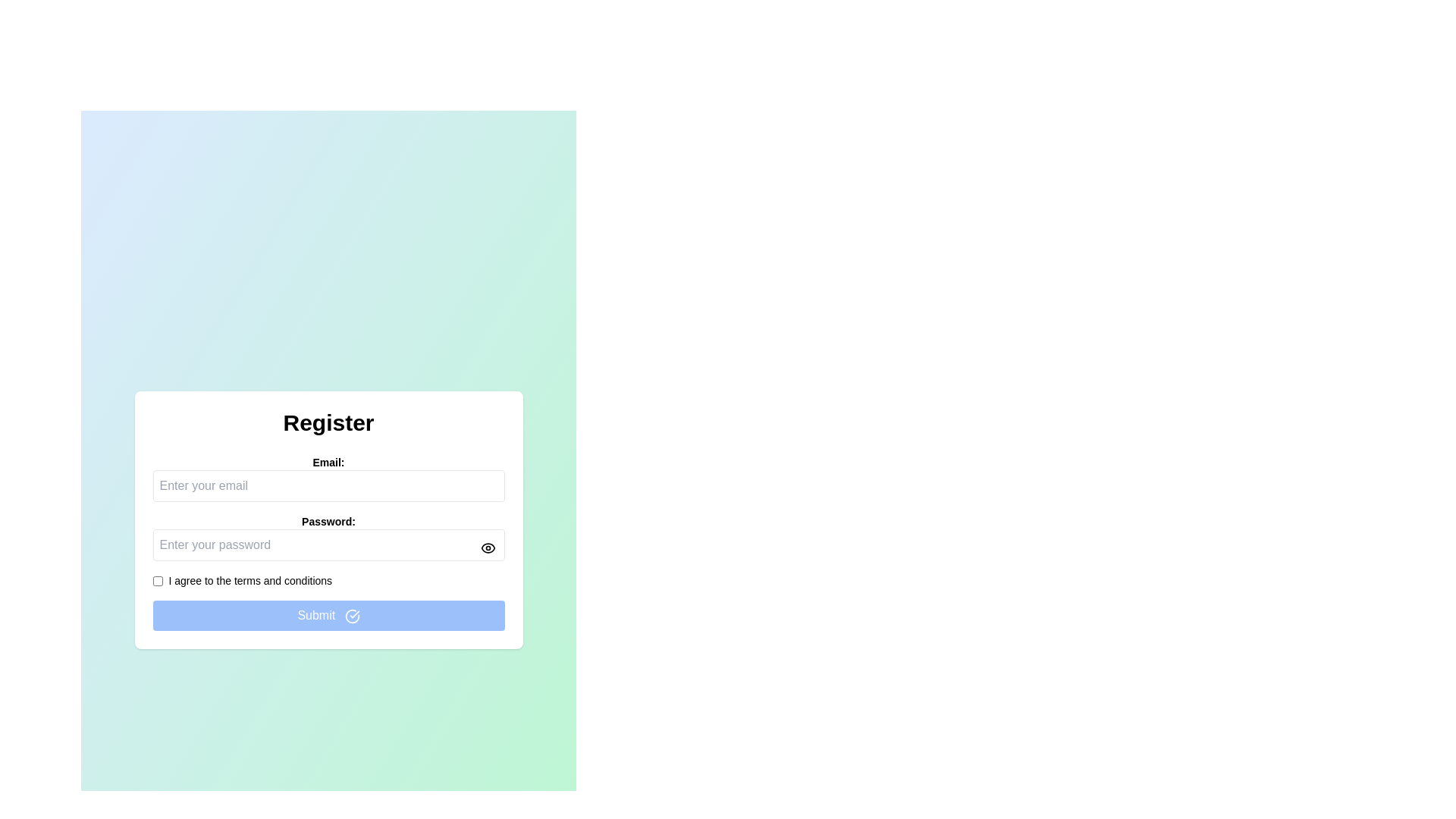 This screenshot has width=1456, height=819. What do you see at coordinates (488, 548) in the screenshot?
I see `the center of the eye outline icon next to the password input field` at bounding box center [488, 548].